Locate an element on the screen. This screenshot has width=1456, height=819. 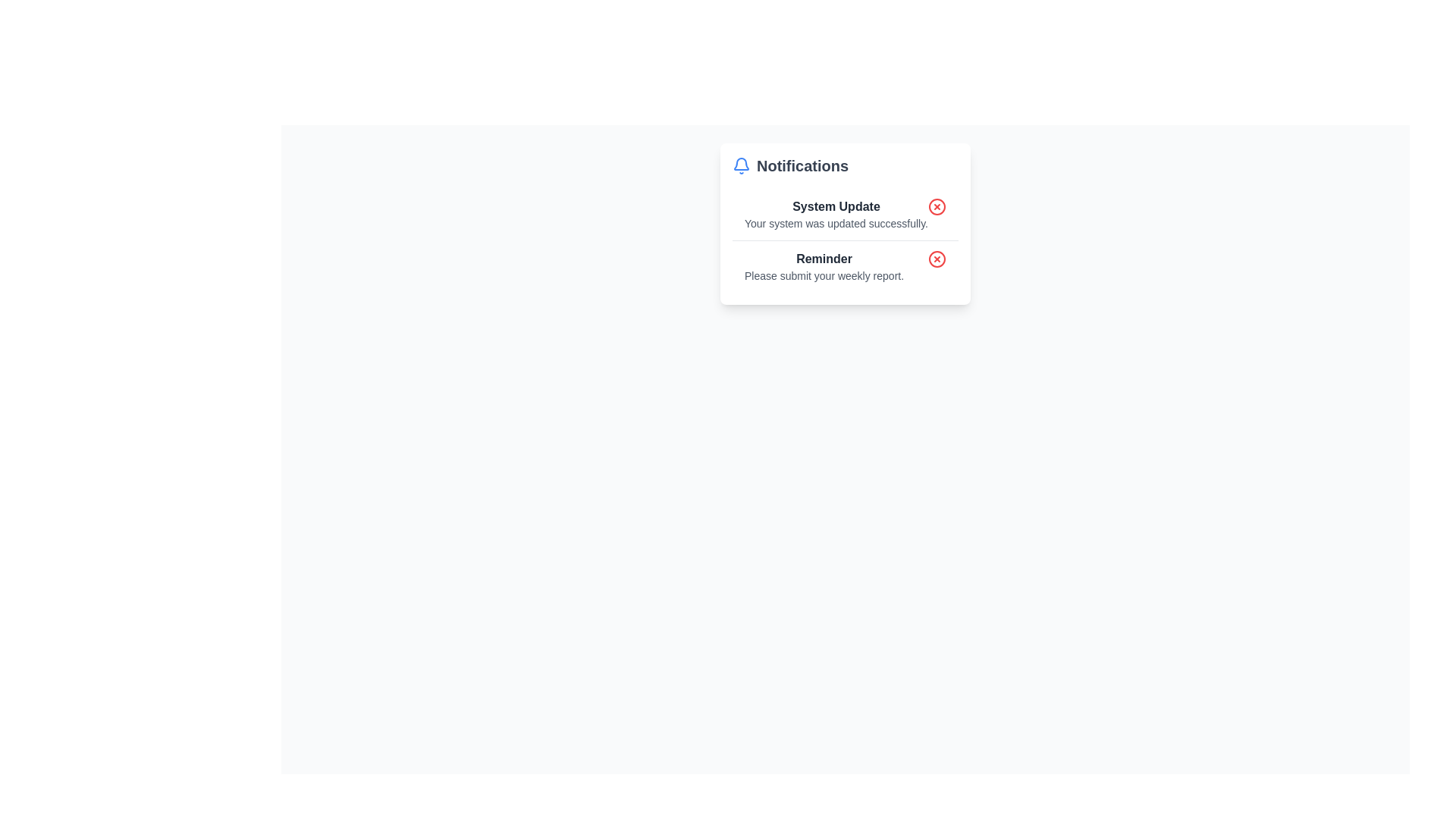
information presented in the 'System Update' text block located under the 'Notifications' header is located at coordinates (836, 214).